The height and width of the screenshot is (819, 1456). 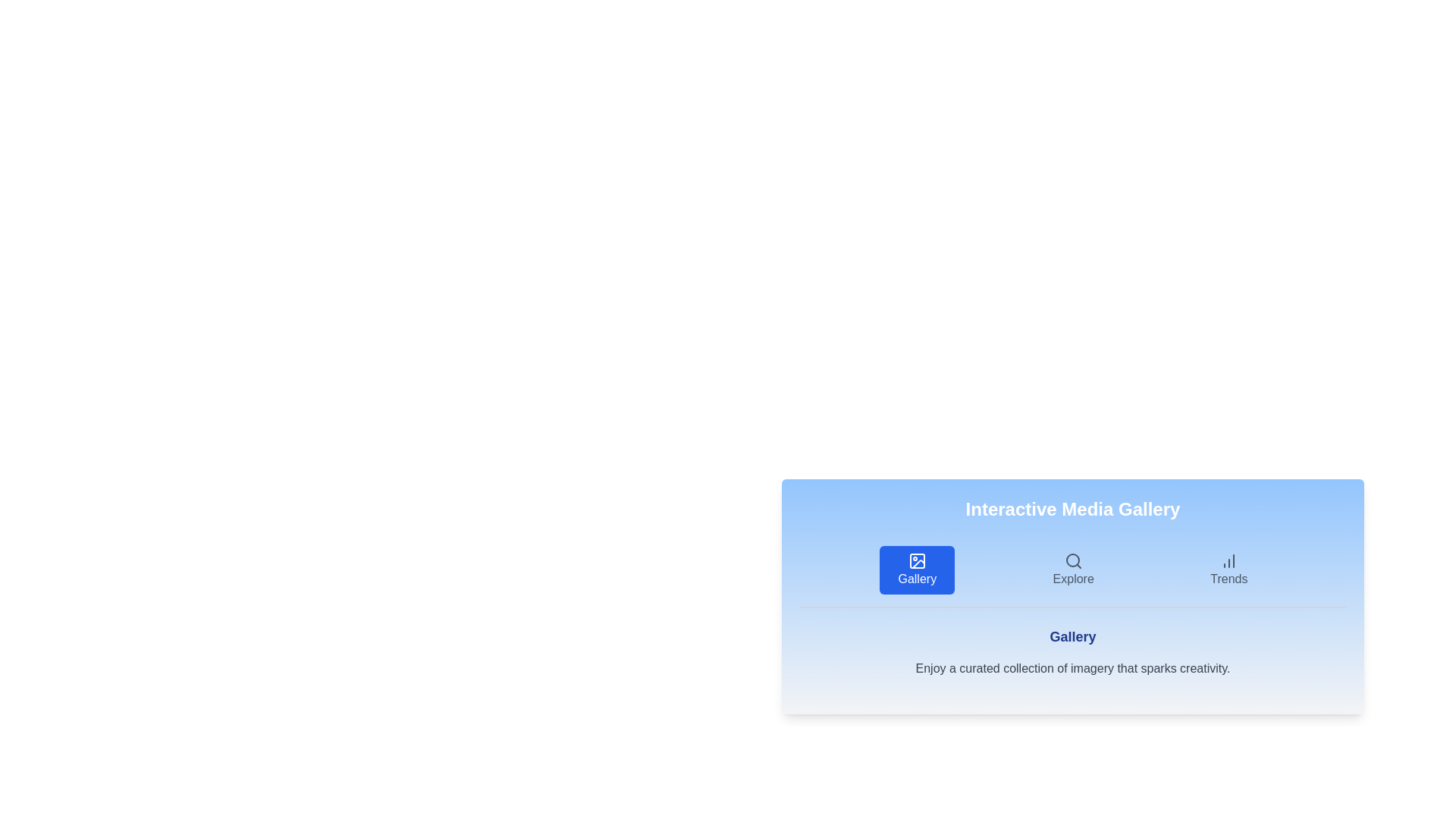 I want to click on the tab labeled Trends to observe visual changes, so click(x=1228, y=570).